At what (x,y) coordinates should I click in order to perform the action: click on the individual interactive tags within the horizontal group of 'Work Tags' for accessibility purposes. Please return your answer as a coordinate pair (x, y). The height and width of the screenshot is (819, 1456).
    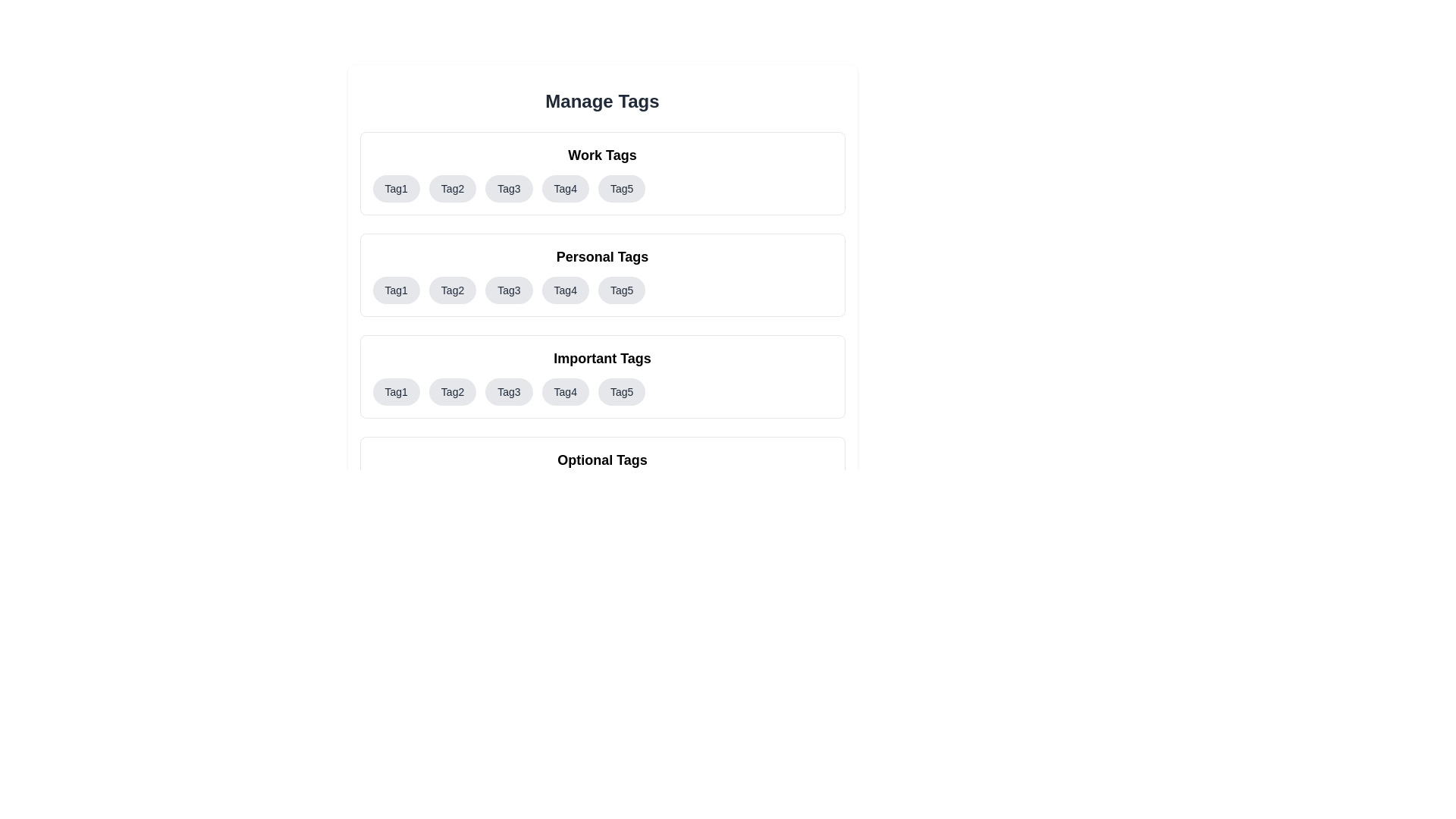
    Looking at the image, I should click on (601, 188).